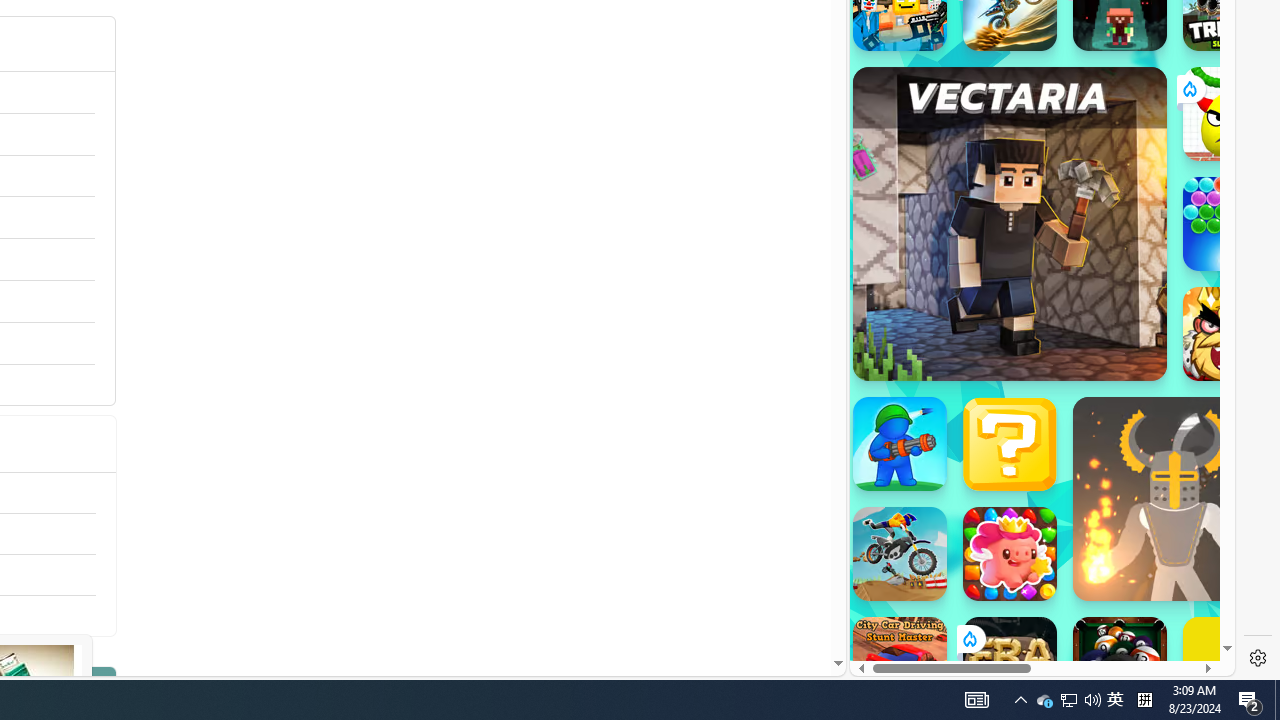 This screenshot has width=1280, height=720. Describe the element at coordinates (1229, 333) in the screenshot. I see `'Like a King'` at that location.